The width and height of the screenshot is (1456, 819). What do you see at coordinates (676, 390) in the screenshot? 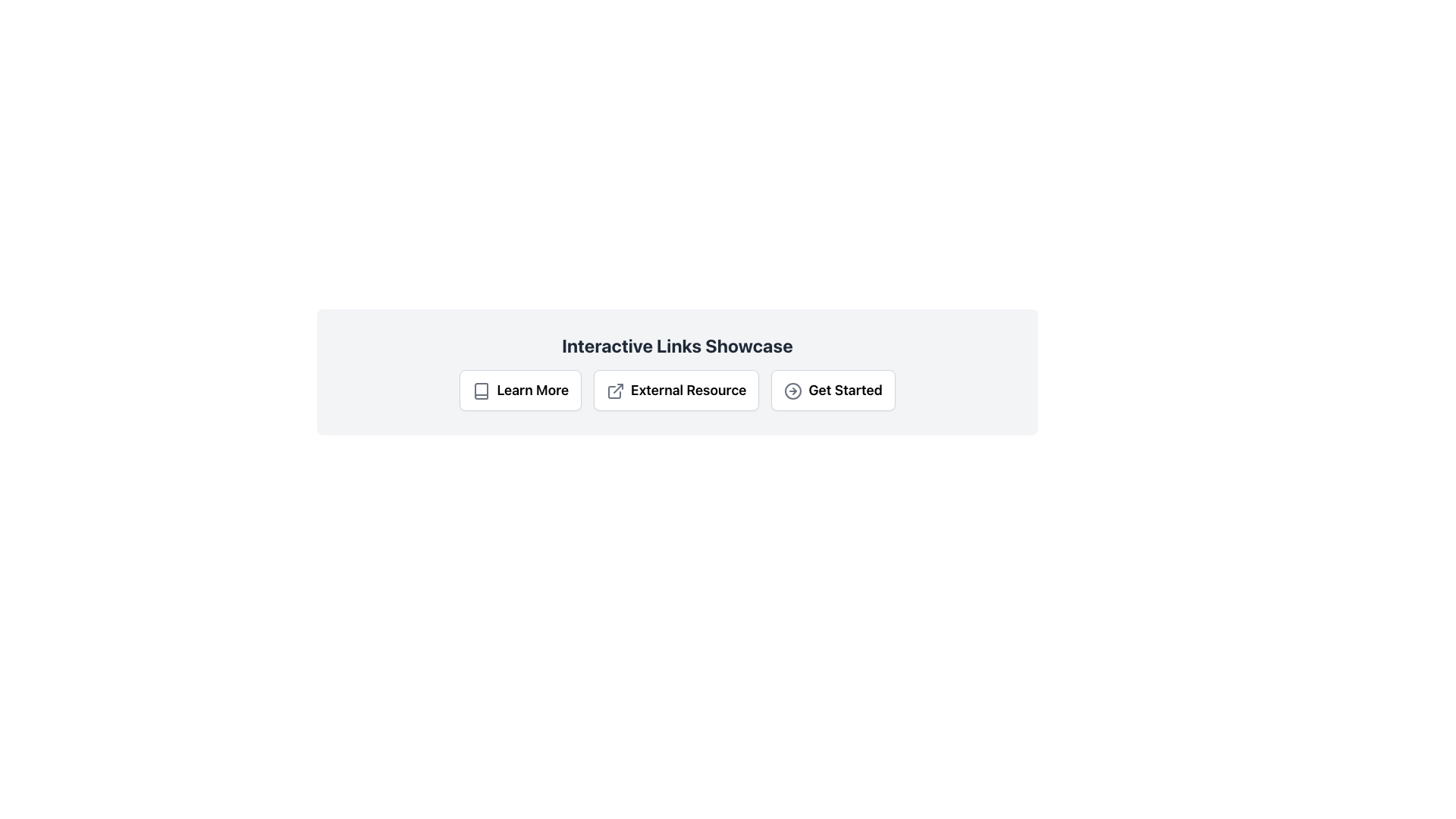
I see `the second button in a row of three buttons, which is positioned between 'Learn More' and 'Get Started'` at bounding box center [676, 390].